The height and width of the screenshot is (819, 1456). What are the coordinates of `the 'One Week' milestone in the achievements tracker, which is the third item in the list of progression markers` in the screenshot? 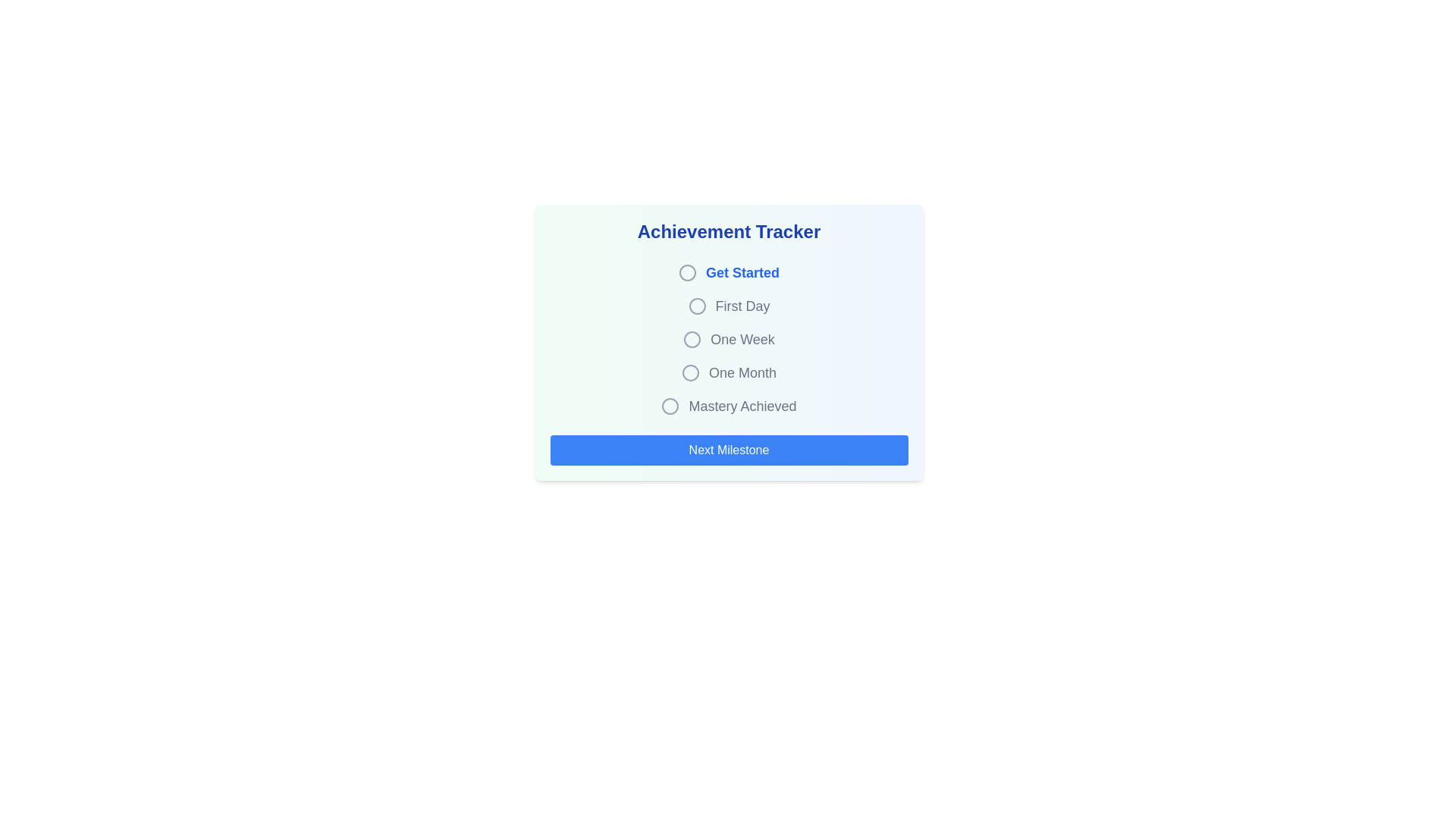 It's located at (729, 342).